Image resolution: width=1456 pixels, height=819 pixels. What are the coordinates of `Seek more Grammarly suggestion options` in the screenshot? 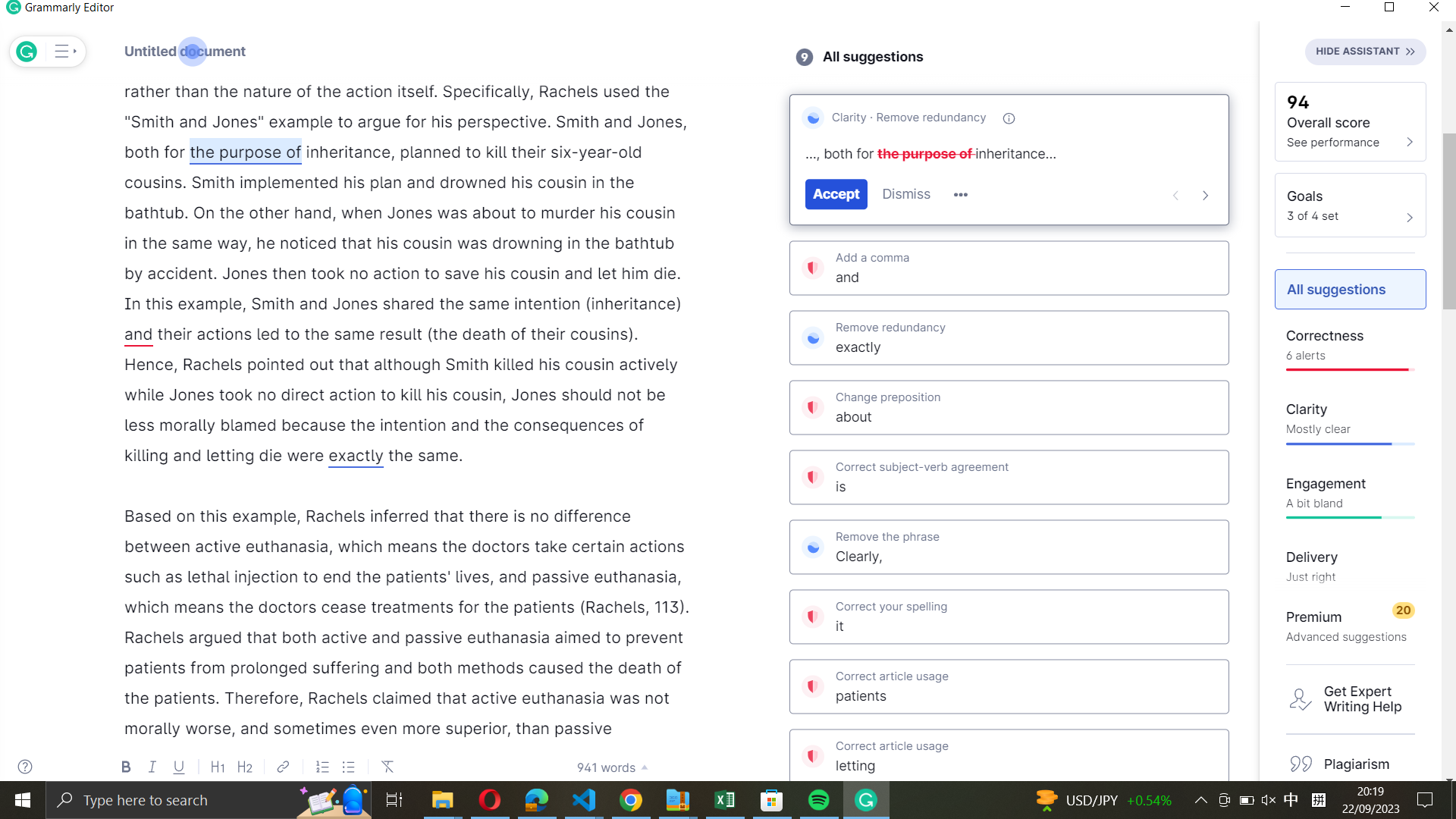 It's located at (960, 195).